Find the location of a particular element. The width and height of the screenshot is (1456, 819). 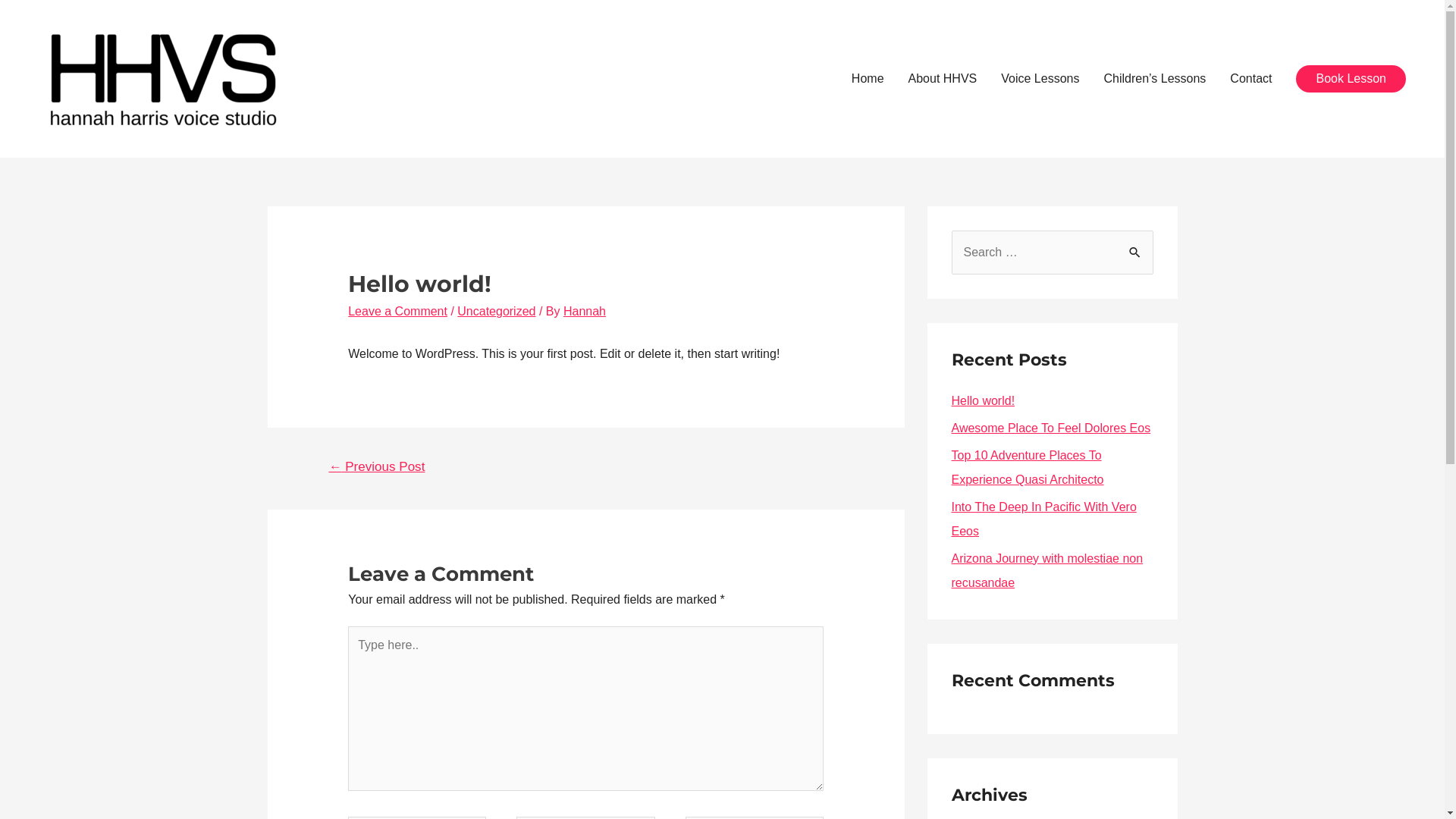

'Contact' is located at coordinates (1250, 79).